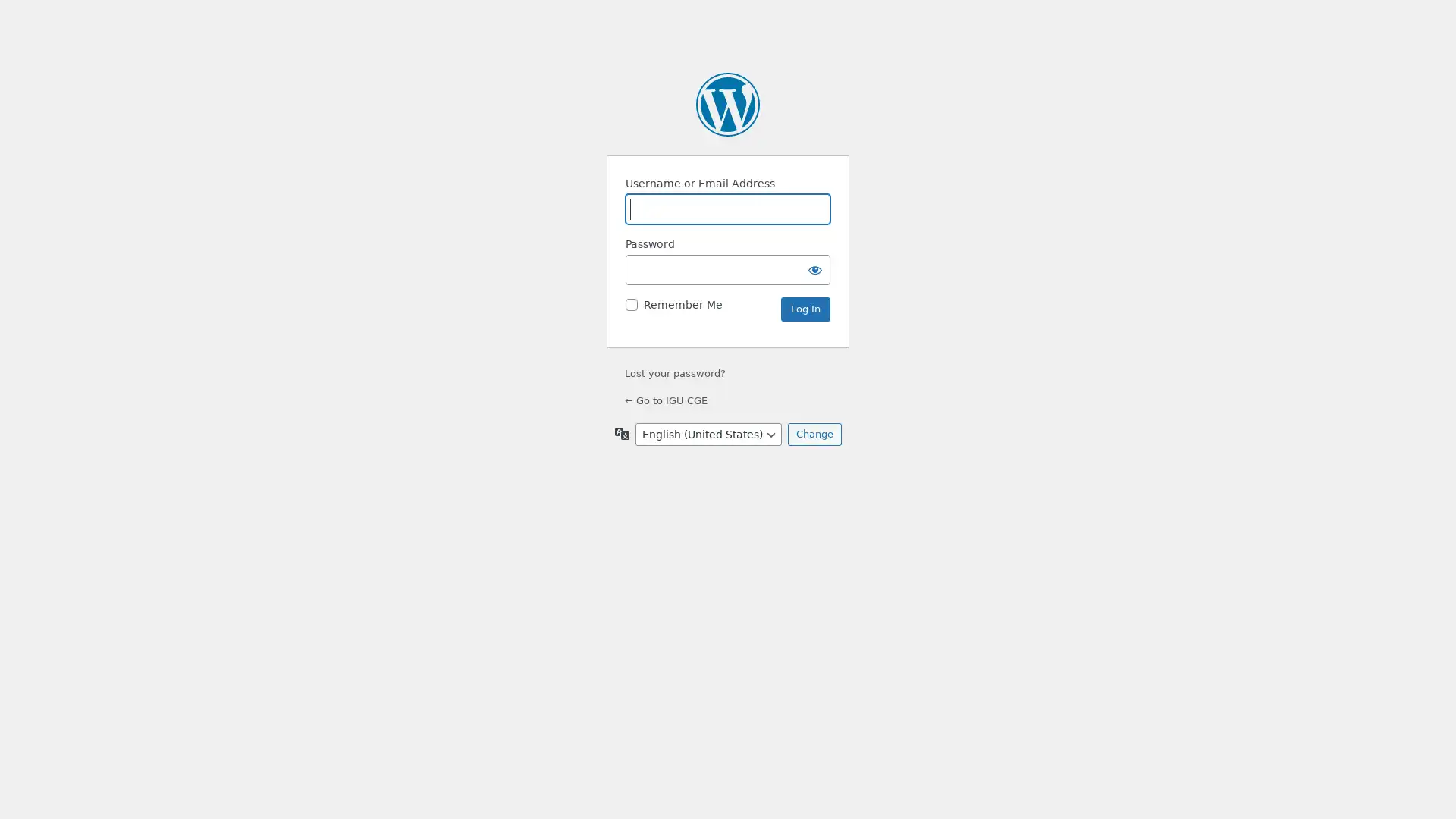 The image size is (1456, 819). What do you see at coordinates (813, 435) in the screenshot?
I see `Change` at bounding box center [813, 435].